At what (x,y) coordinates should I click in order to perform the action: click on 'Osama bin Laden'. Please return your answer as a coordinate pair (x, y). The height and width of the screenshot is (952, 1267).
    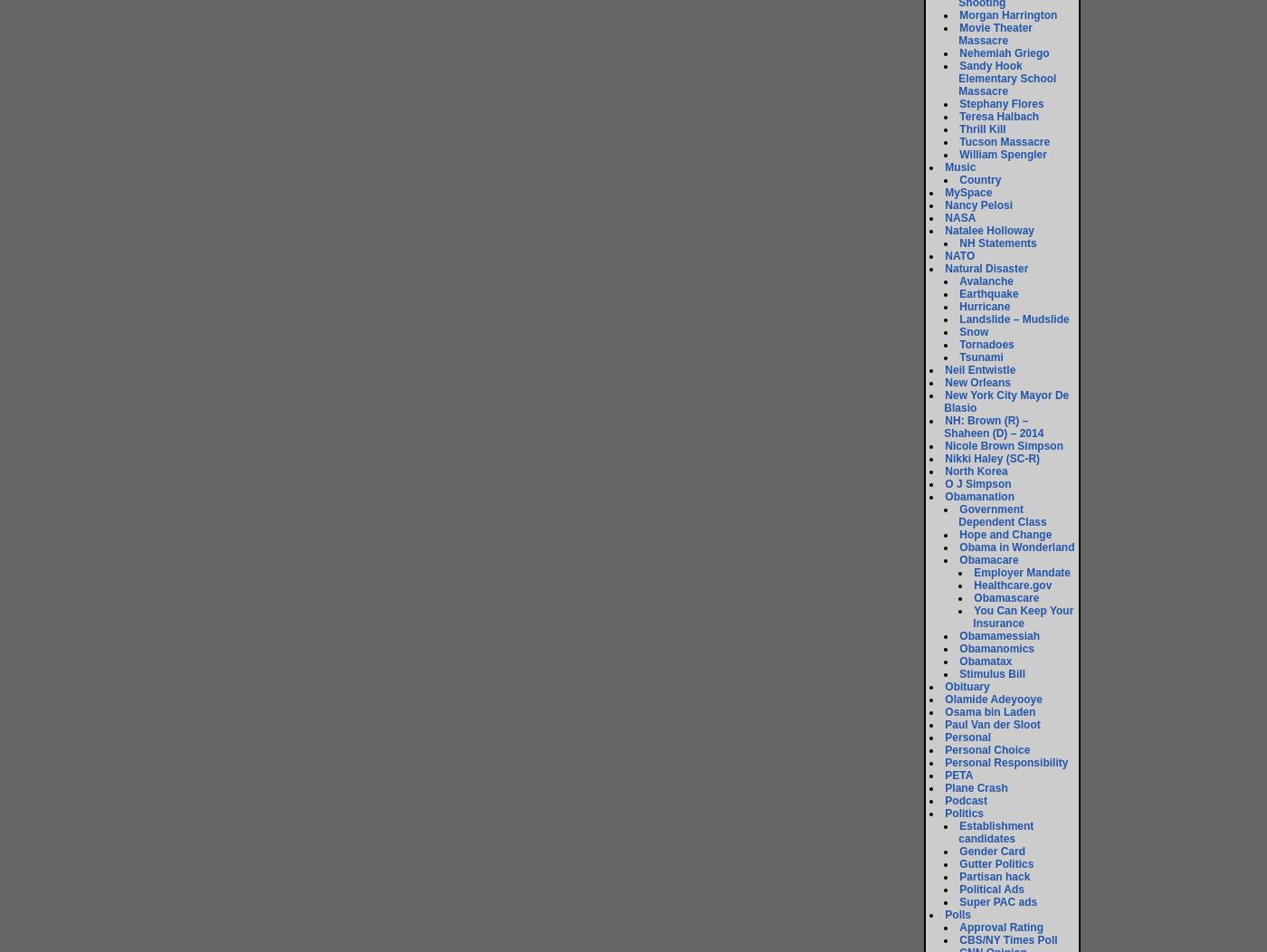
    Looking at the image, I should click on (989, 711).